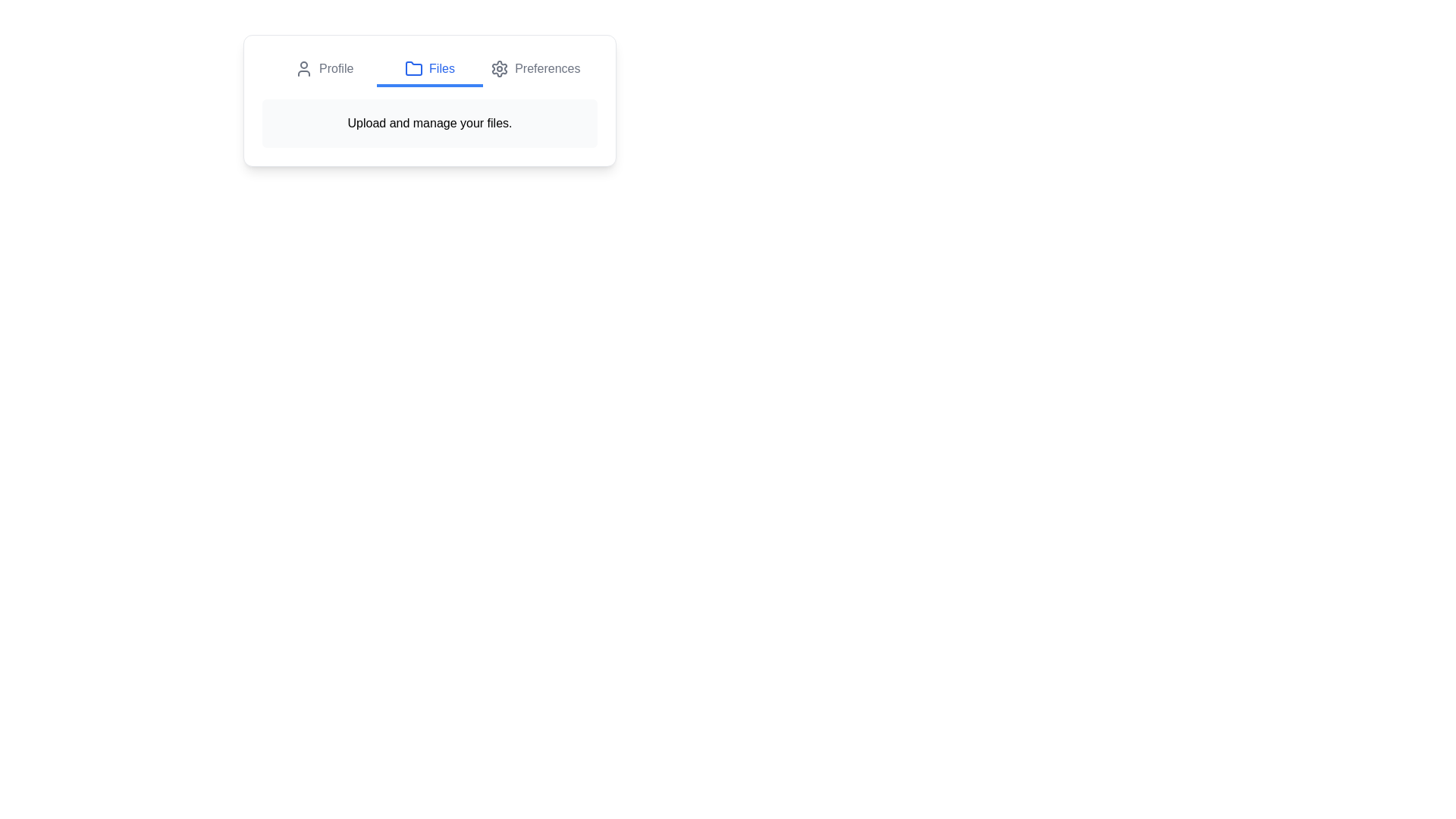 The image size is (1456, 819). I want to click on the Files tab to view its content, so click(428, 70).